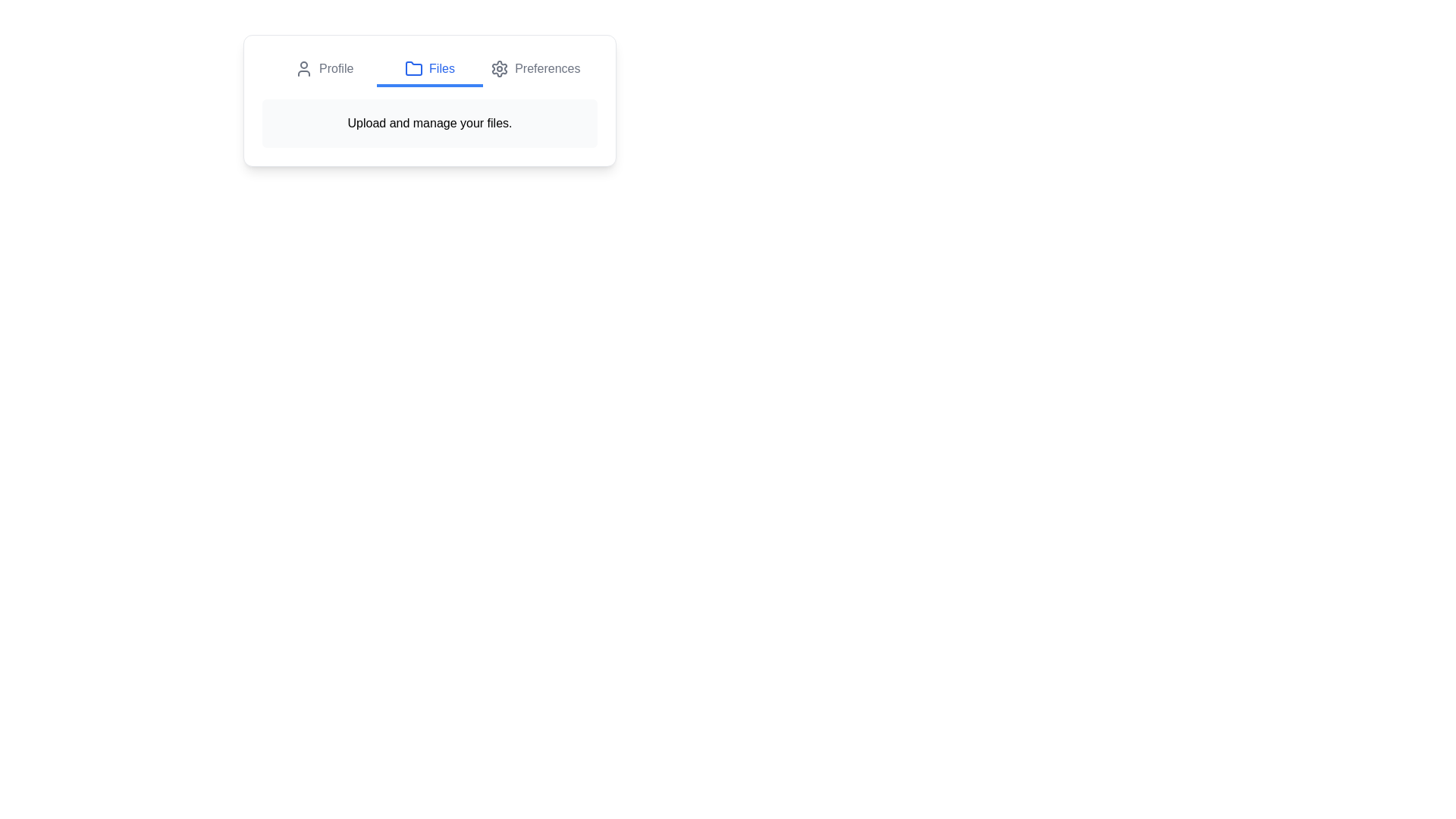 The image size is (1456, 819). I want to click on the Files tab to view its content, so click(428, 70).